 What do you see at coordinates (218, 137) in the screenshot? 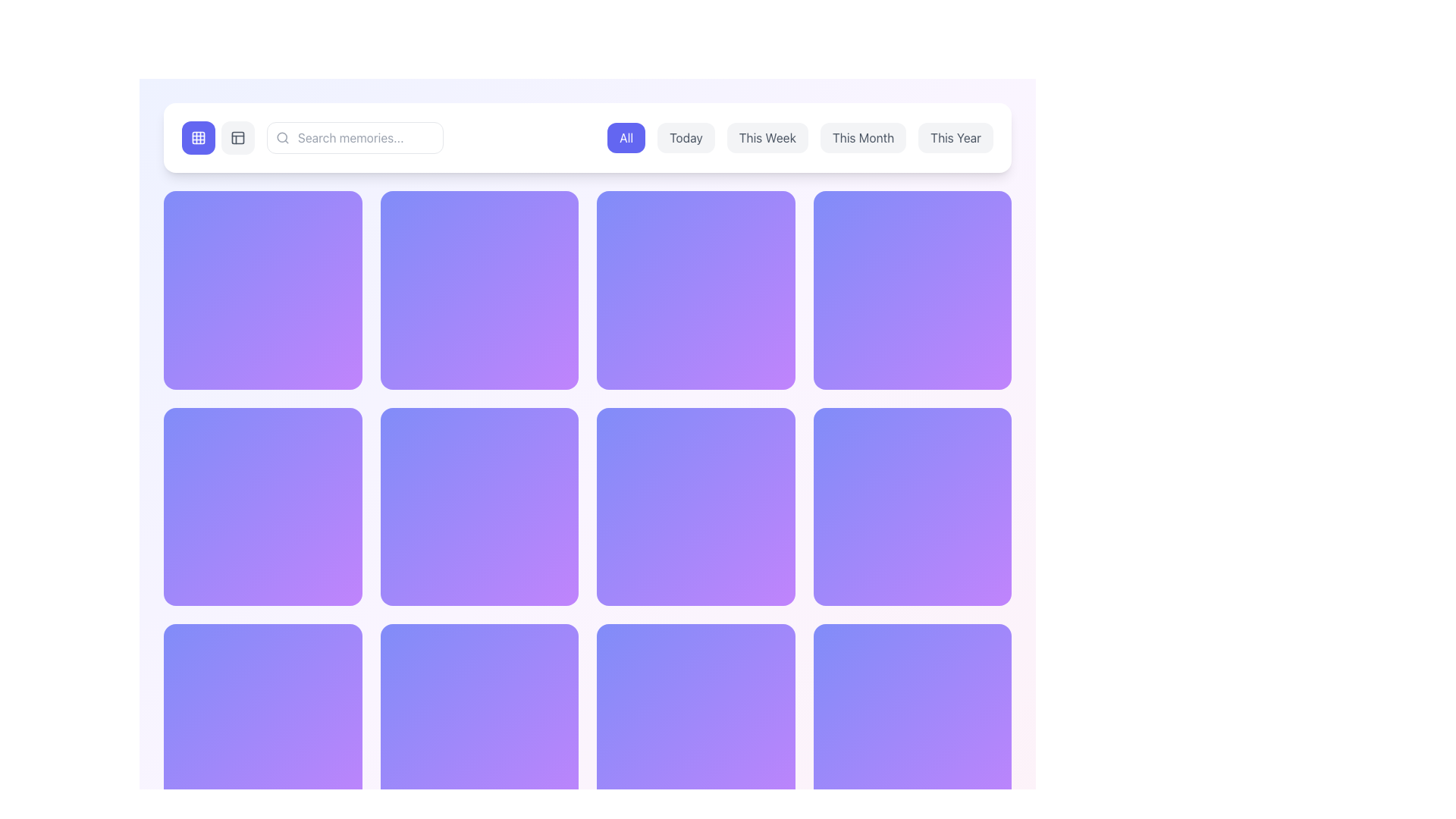
I see `the view mode selector button group located at the upper-left corner of the interface` at bounding box center [218, 137].